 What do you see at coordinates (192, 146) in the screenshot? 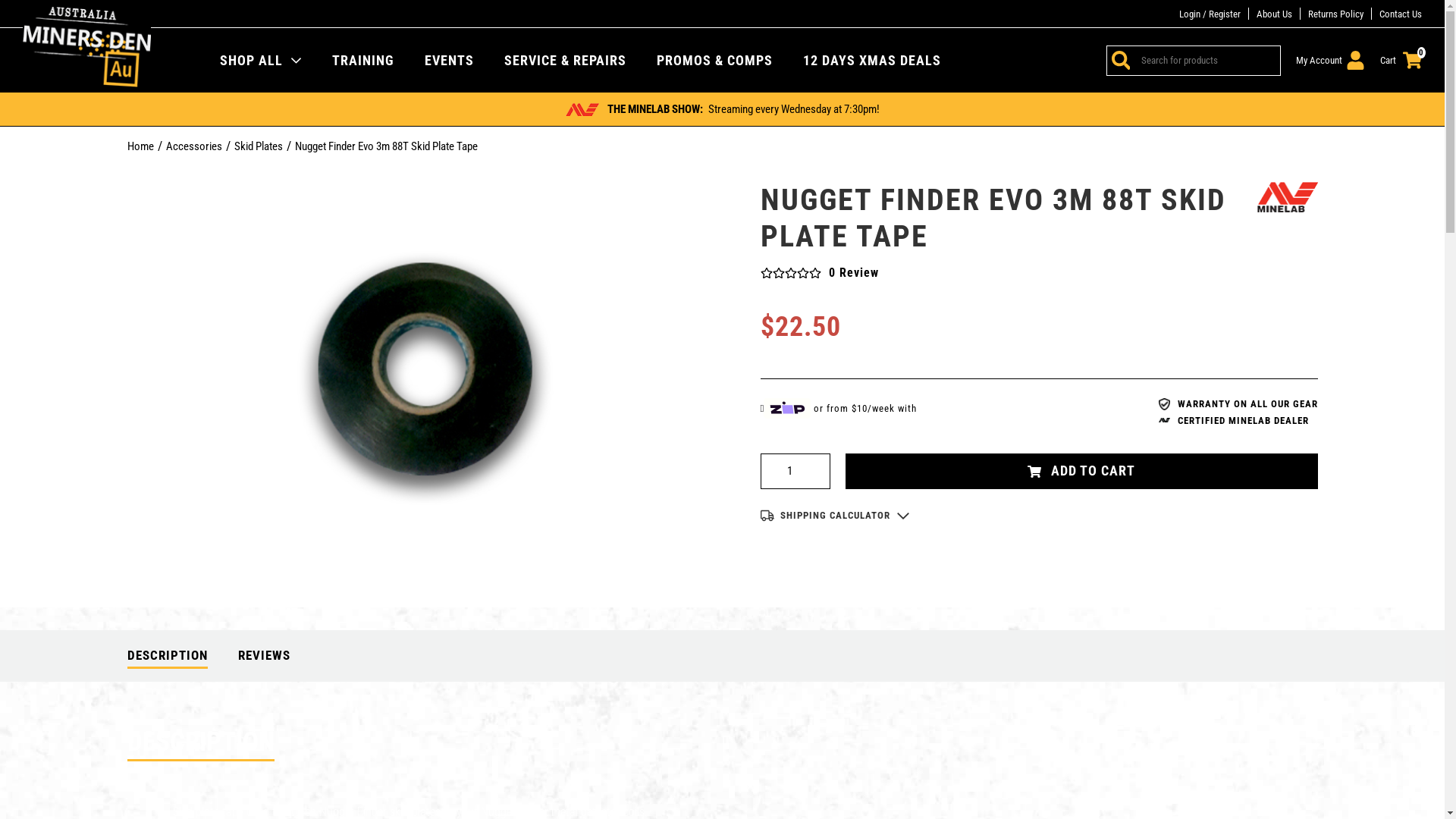
I see `'Accessories'` at bounding box center [192, 146].